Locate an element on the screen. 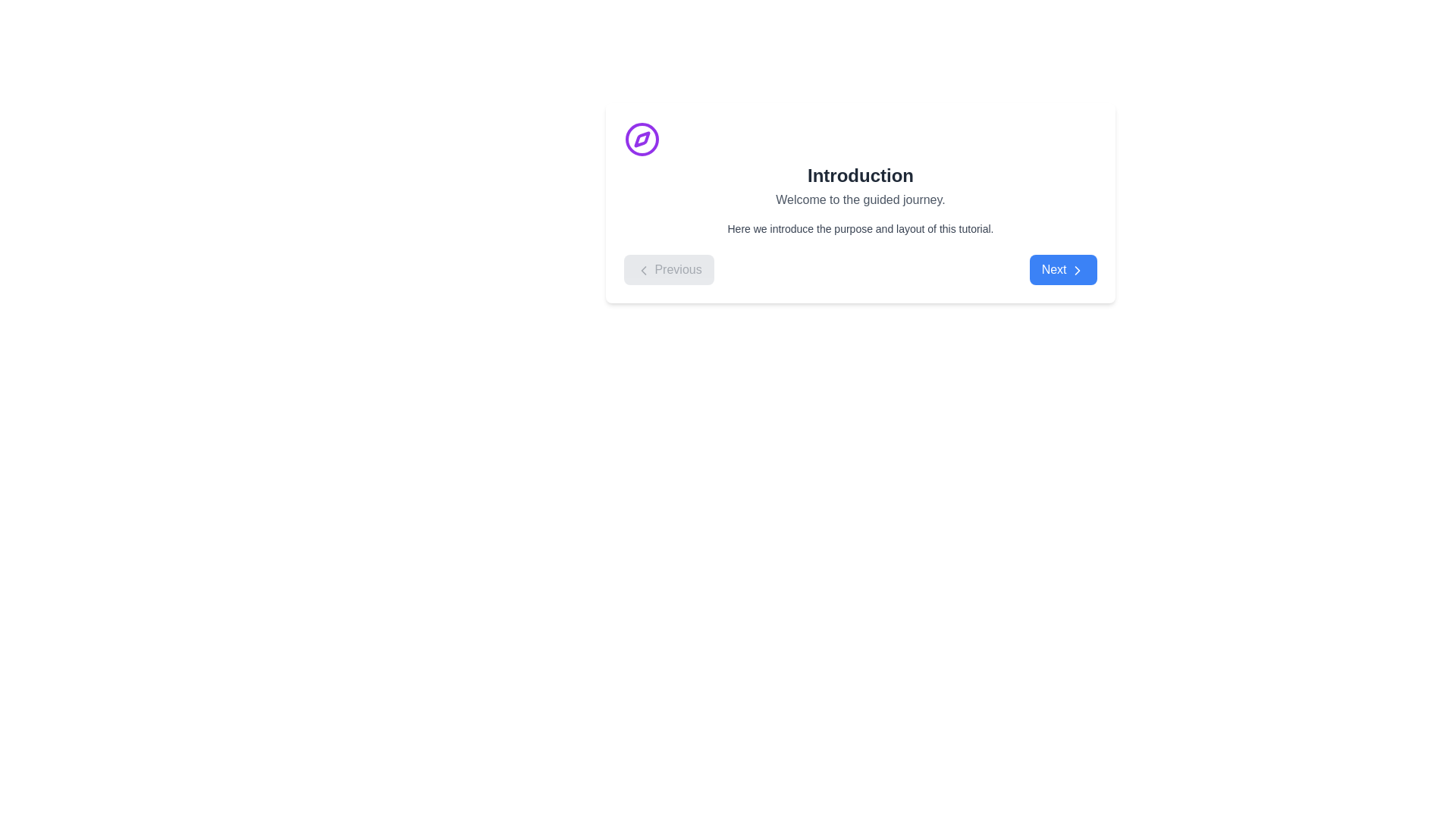 The height and width of the screenshot is (819, 1456). the Textual Block (Header and Subtext) which serves as the title and introductory text for the content, providing context and a welcoming message to users is located at coordinates (860, 165).